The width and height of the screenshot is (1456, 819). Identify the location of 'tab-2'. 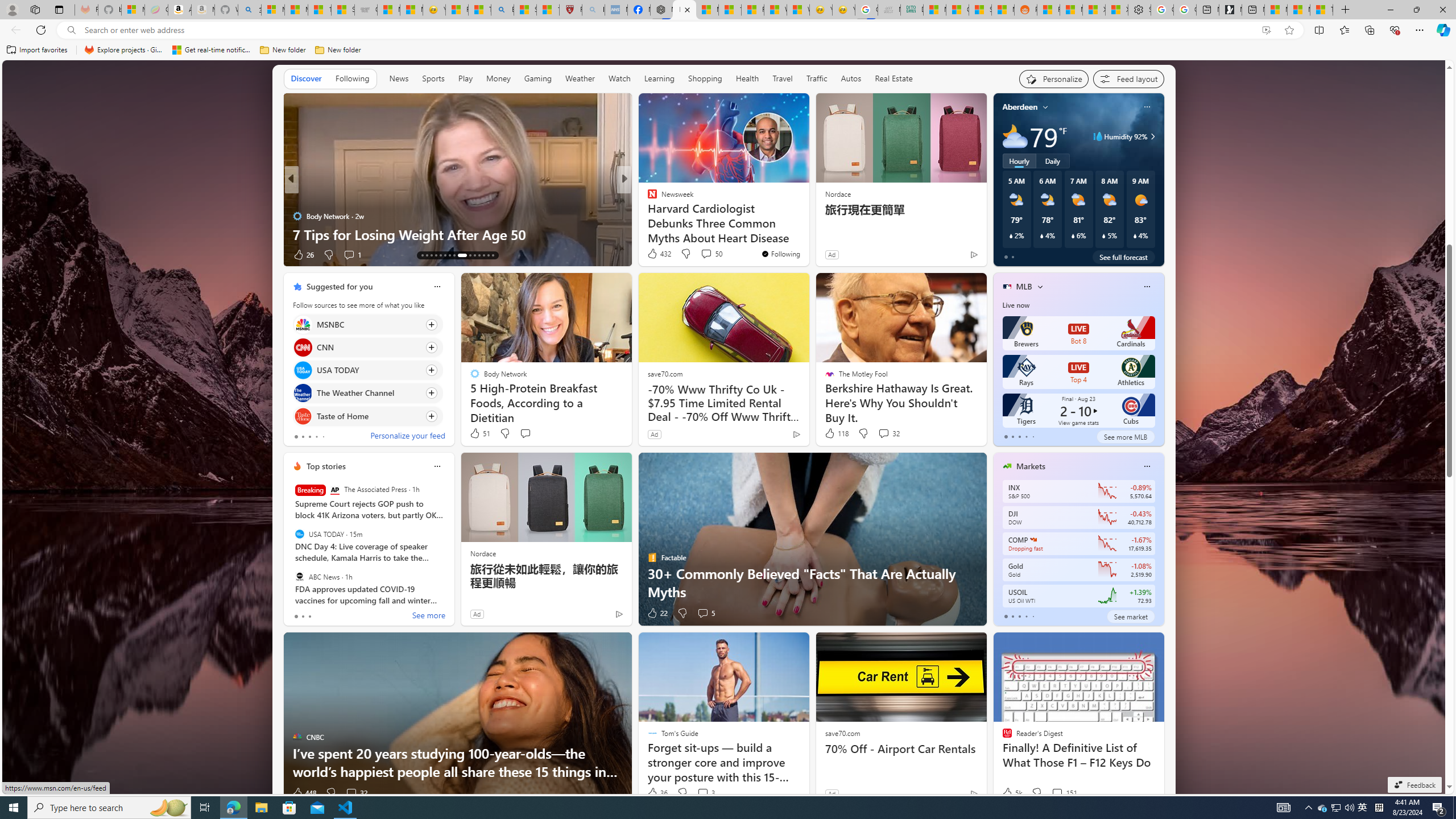
(1020, 616).